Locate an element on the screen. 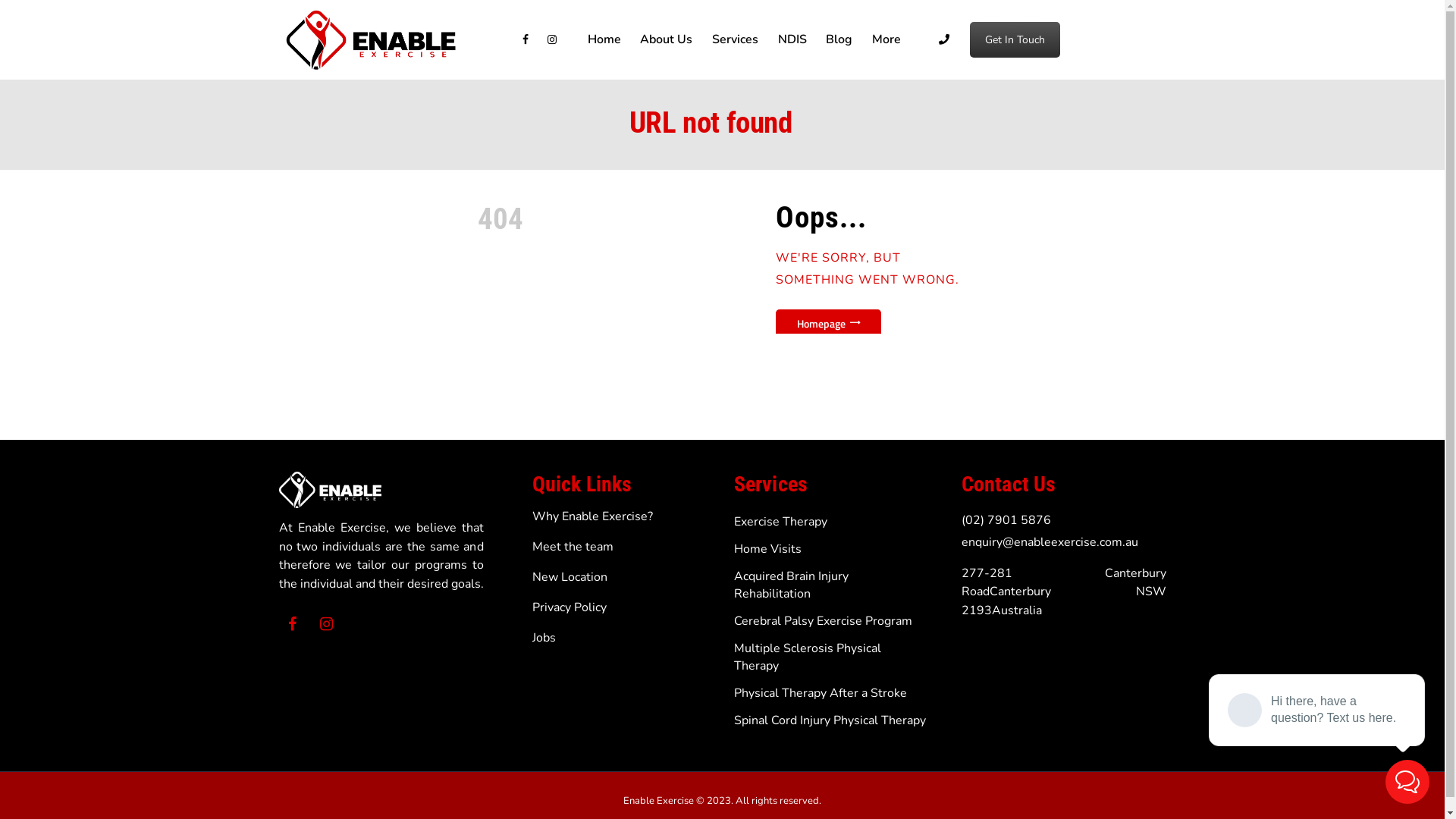 Image resolution: width=1456 pixels, height=819 pixels. 'enquiry@enableexercise.com.au' is located at coordinates (1049, 541).